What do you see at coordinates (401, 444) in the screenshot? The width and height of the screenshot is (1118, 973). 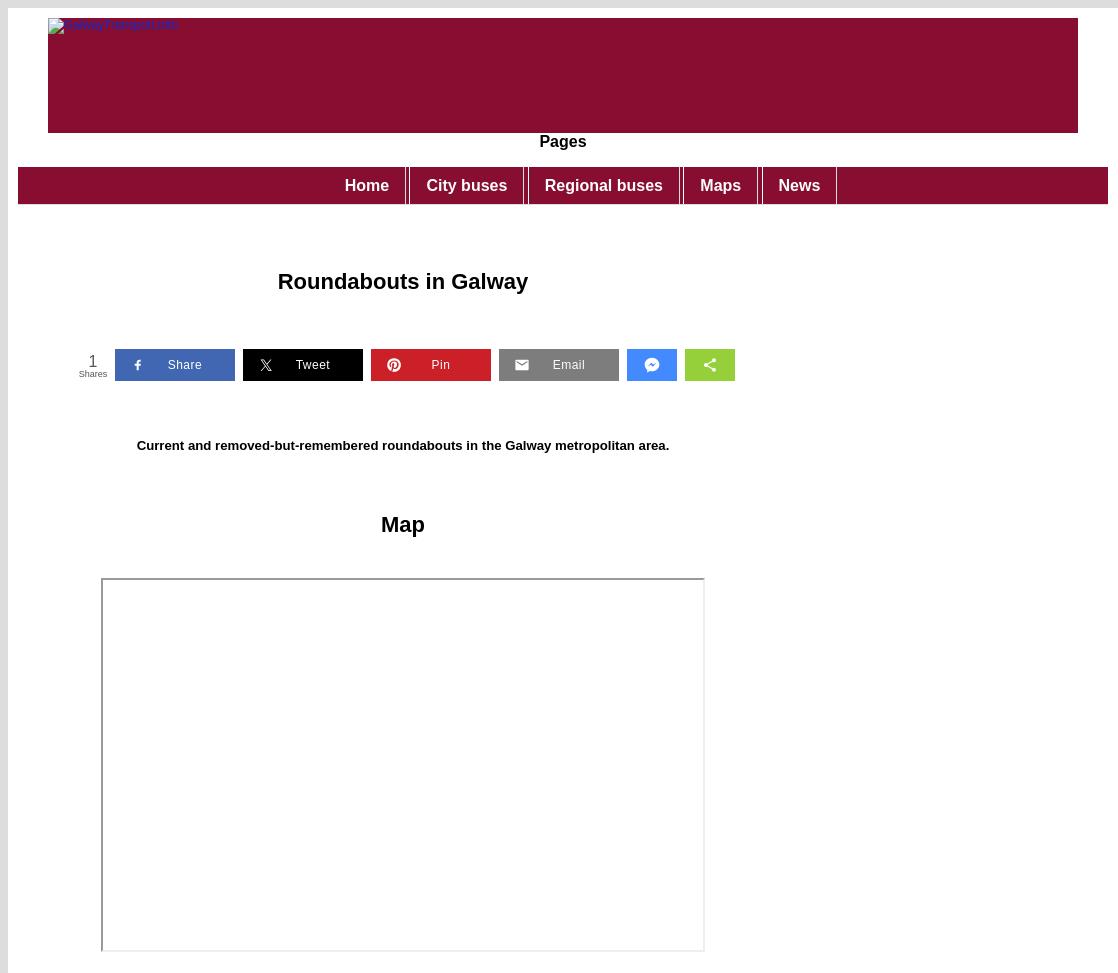 I see `'Current and removed-but-remembered roundabouts in the Galway metropolitan area.'` at bounding box center [401, 444].